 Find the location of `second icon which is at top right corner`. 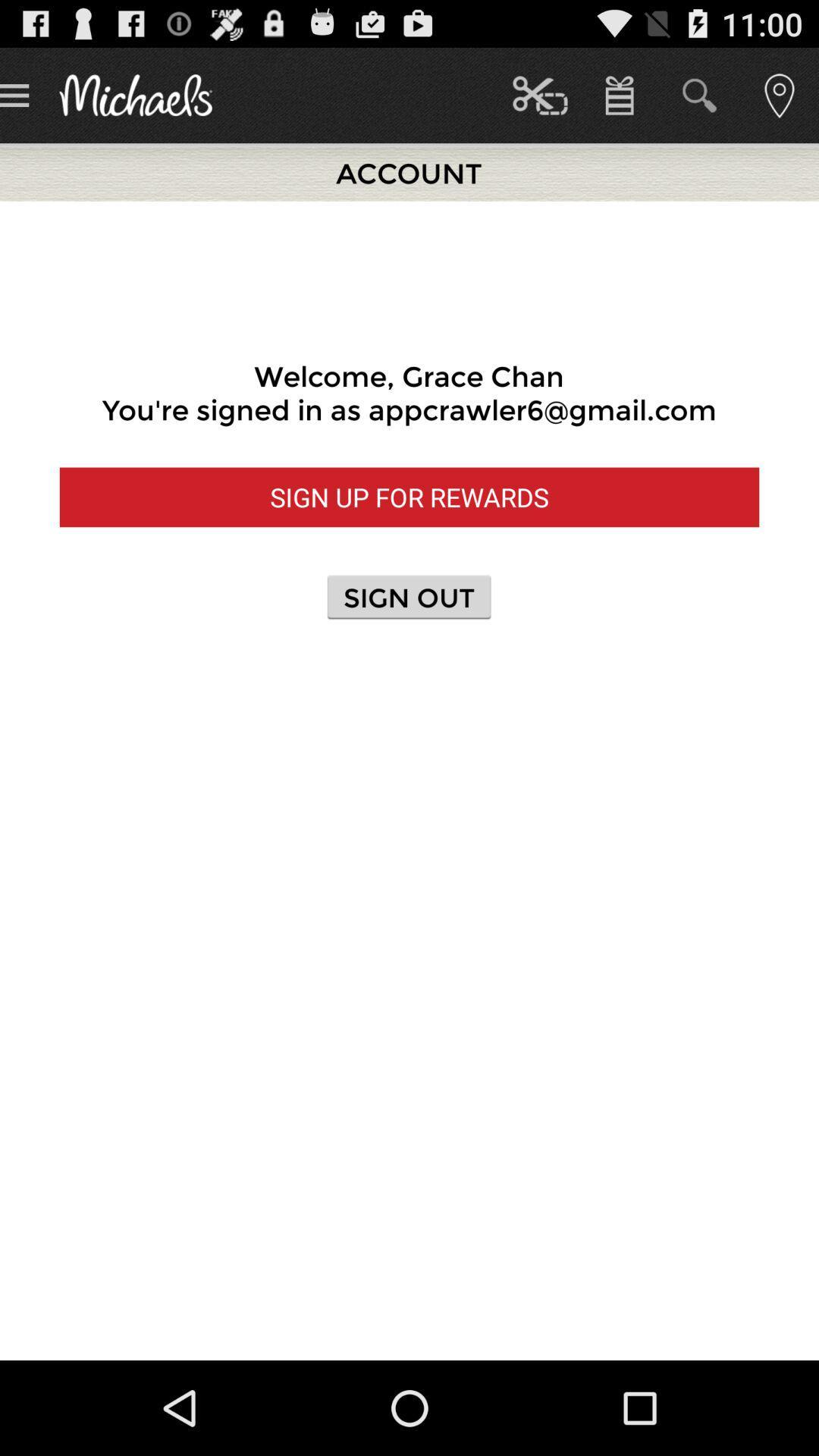

second icon which is at top right corner is located at coordinates (699, 94).